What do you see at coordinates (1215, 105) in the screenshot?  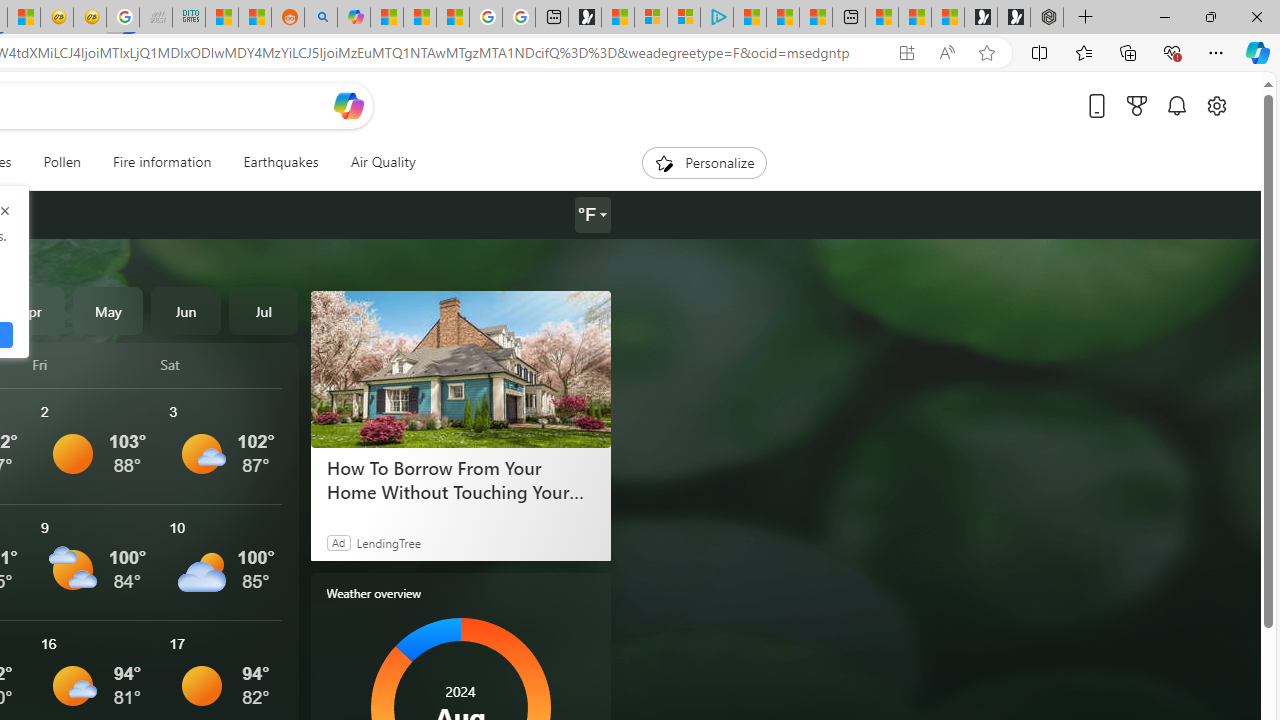 I see `'Open settings'` at bounding box center [1215, 105].